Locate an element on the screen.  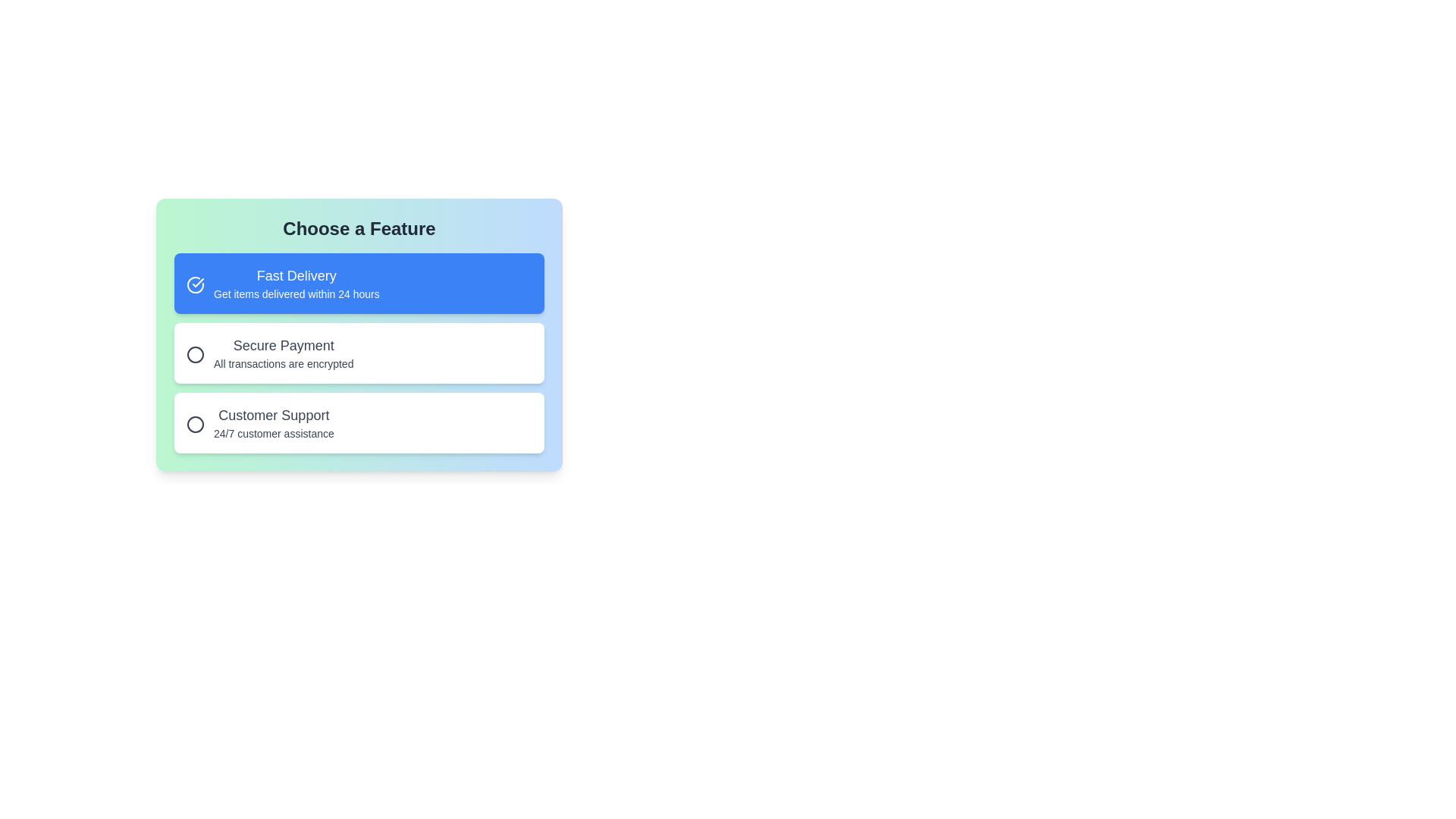
one of the options in the list of selectable features located directly below the title 'Choose a Feature' is located at coordinates (359, 353).